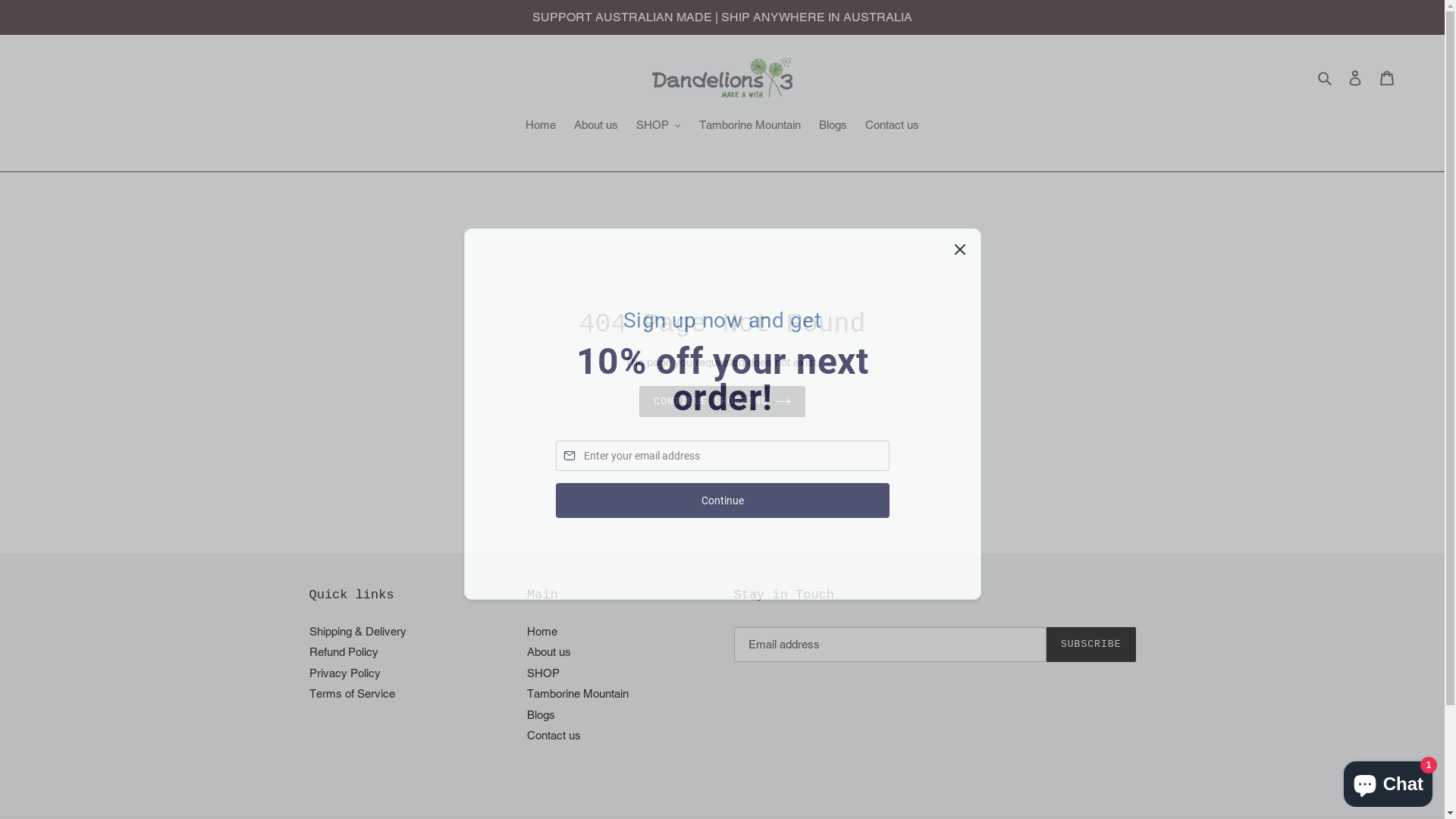  Describe the element at coordinates (658, 125) in the screenshot. I see `'SHOP'` at that location.